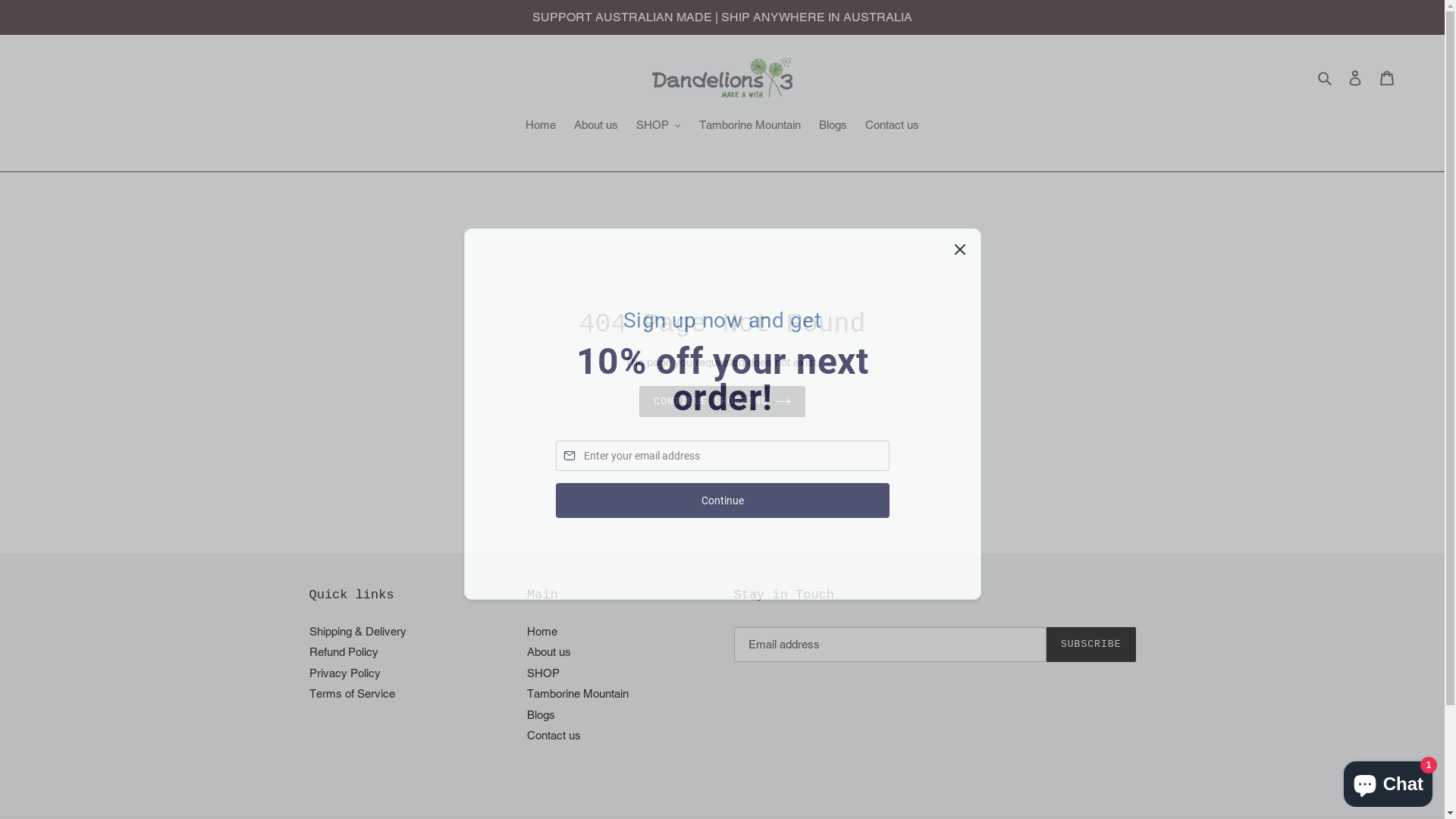  Describe the element at coordinates (658, 125) in the screenshot. I see `'SHOP'` at that location.